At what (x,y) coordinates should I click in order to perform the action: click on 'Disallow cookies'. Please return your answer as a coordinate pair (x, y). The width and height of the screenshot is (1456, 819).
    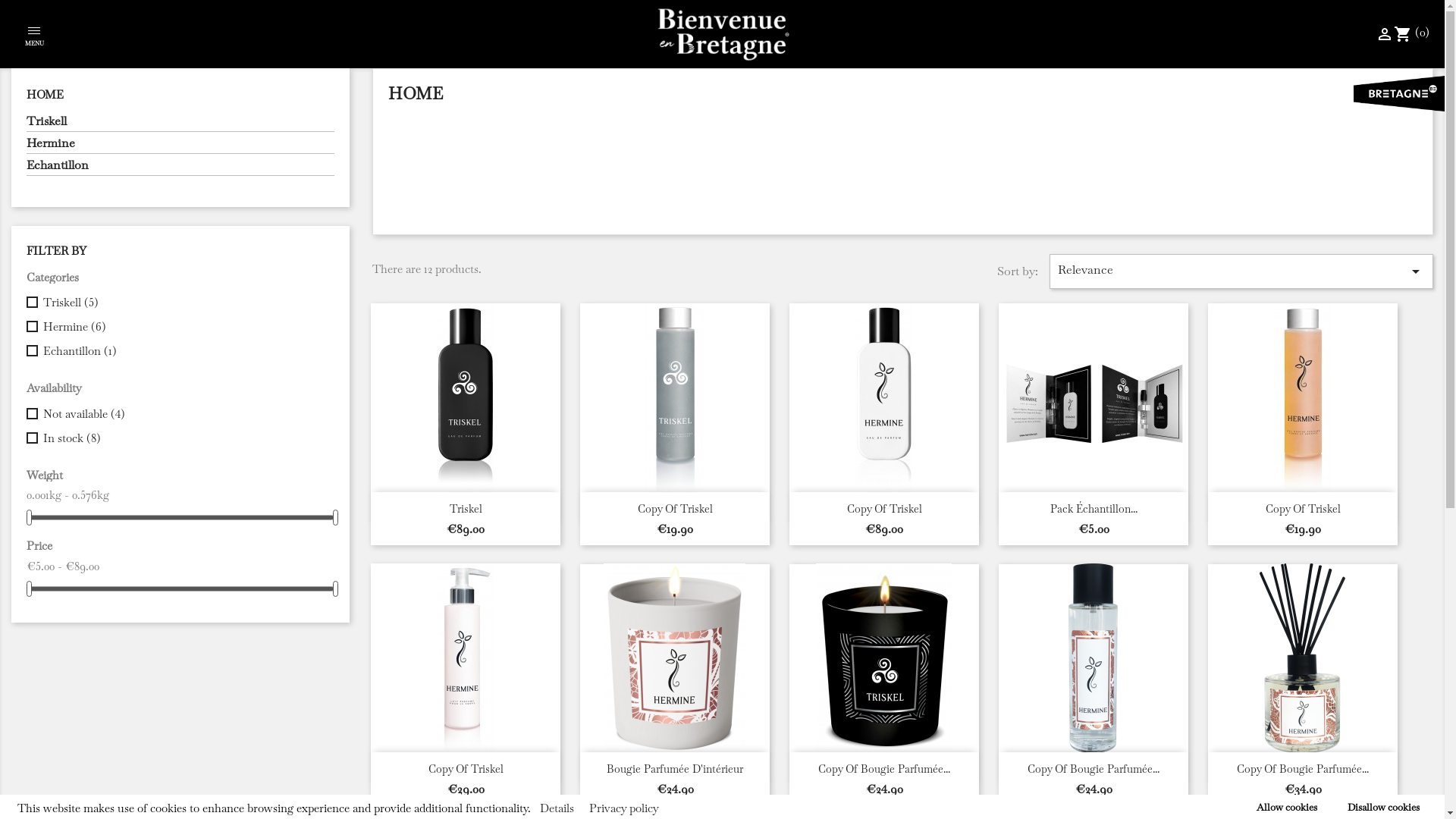
    Looking at the image, I should click on (1383, 806).